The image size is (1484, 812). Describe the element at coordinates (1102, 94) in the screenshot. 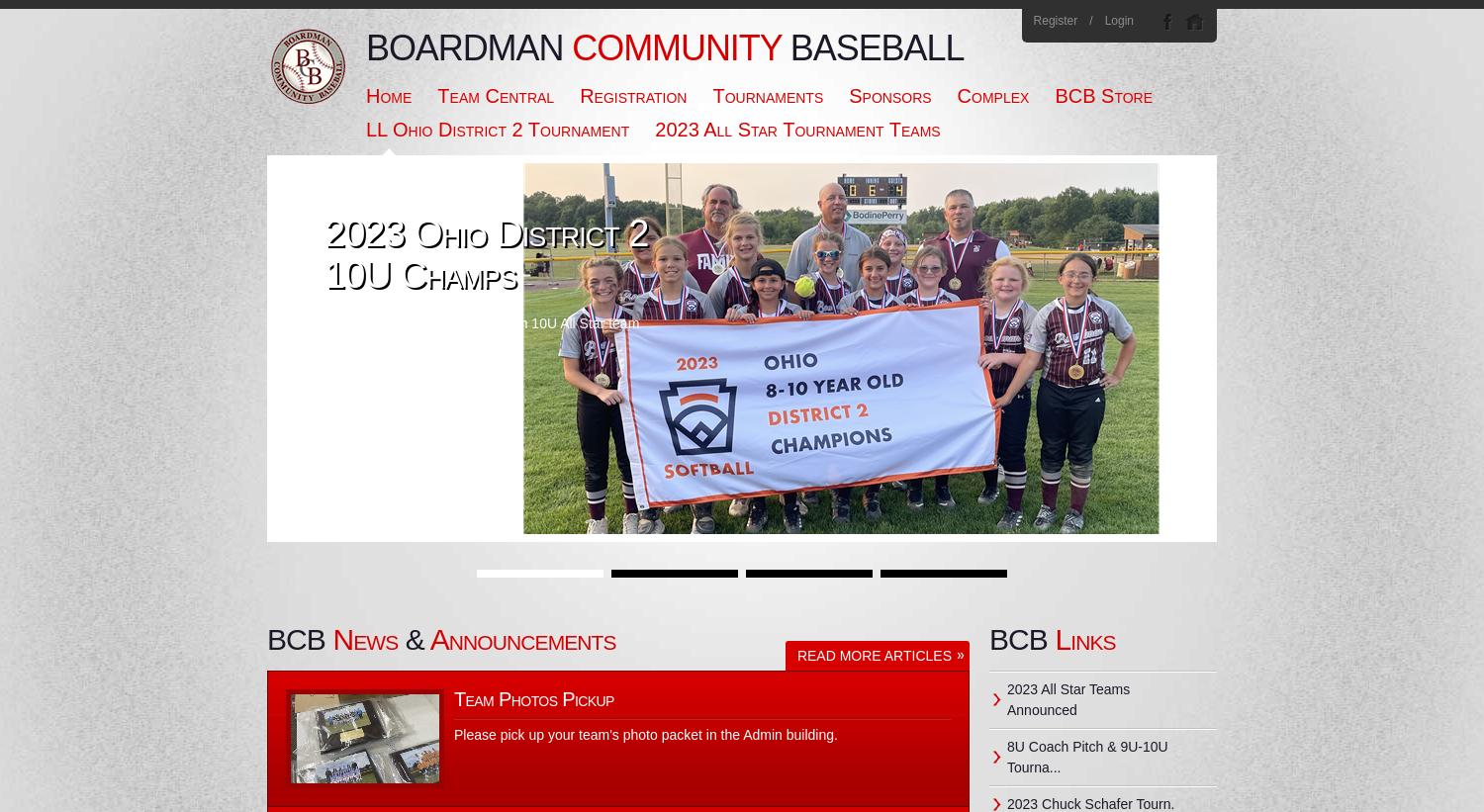

I see `'BCB Store'` at that location.